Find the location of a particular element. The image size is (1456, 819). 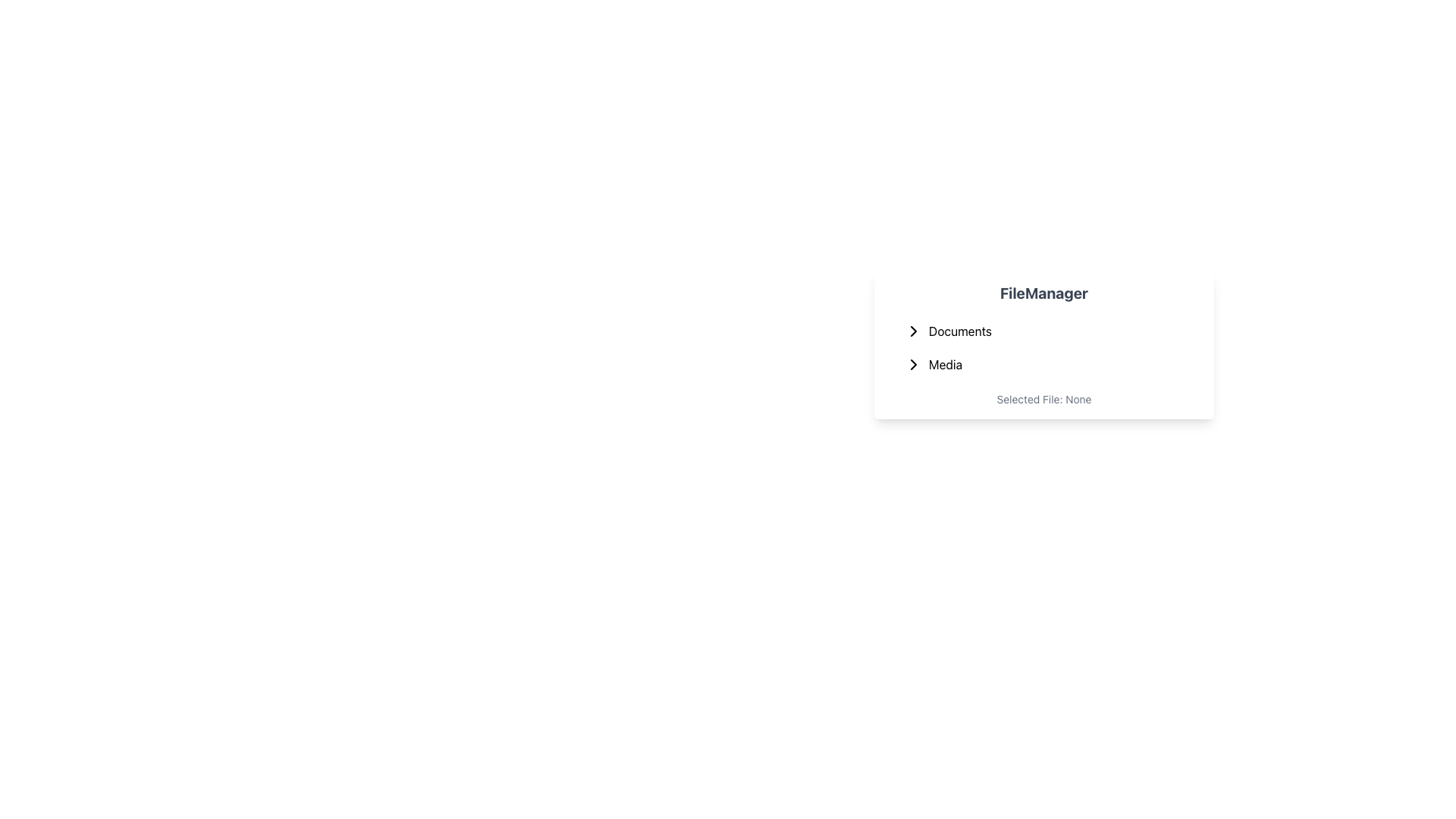

the right-pointing chevron arrow icon located to the left of the 'Media' label is located at coordinates (912, 365).